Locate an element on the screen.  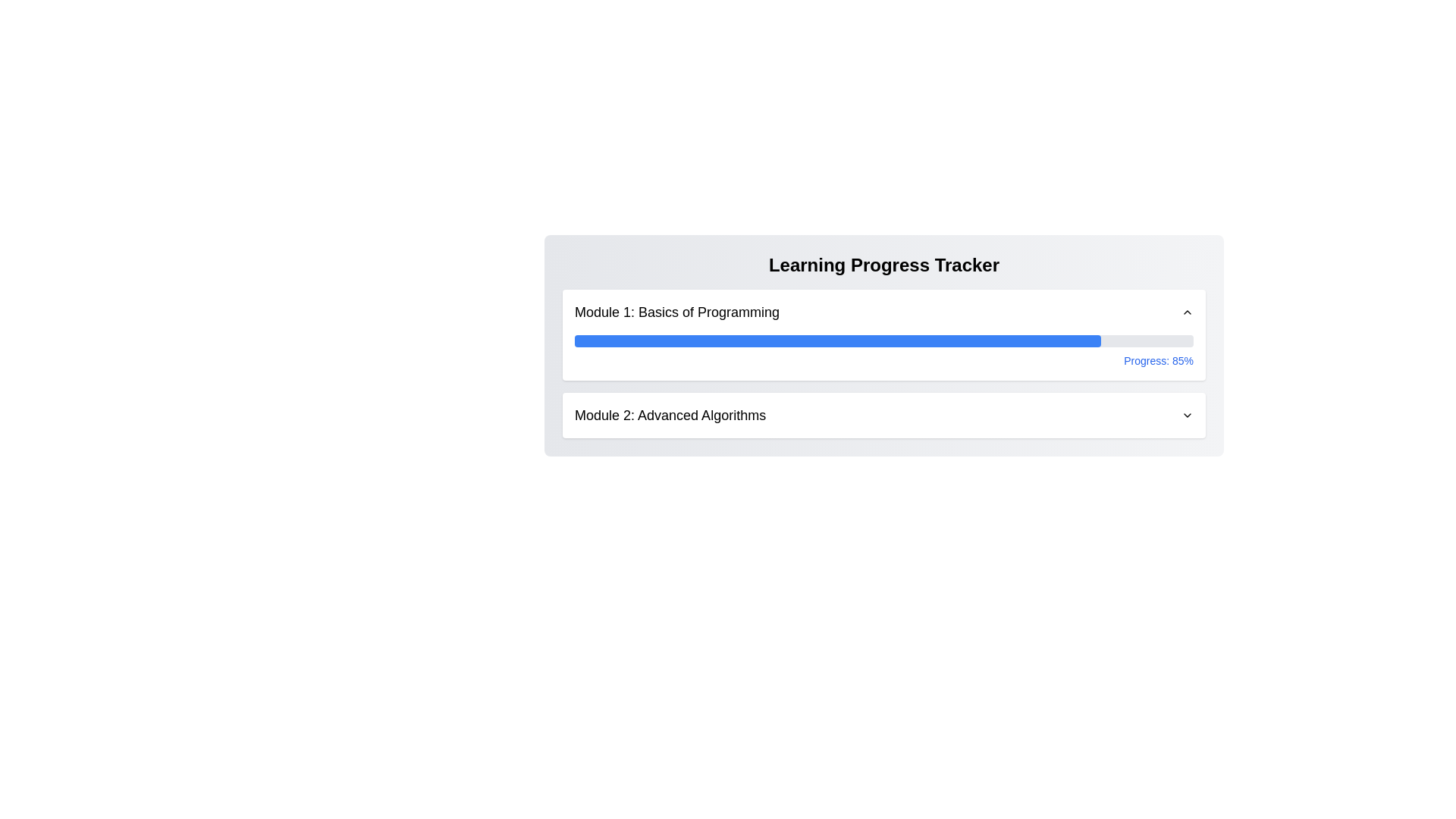
the 'Module 2: Advanced Algorithms' dropdown toggle is located at coordinates (884, 415).